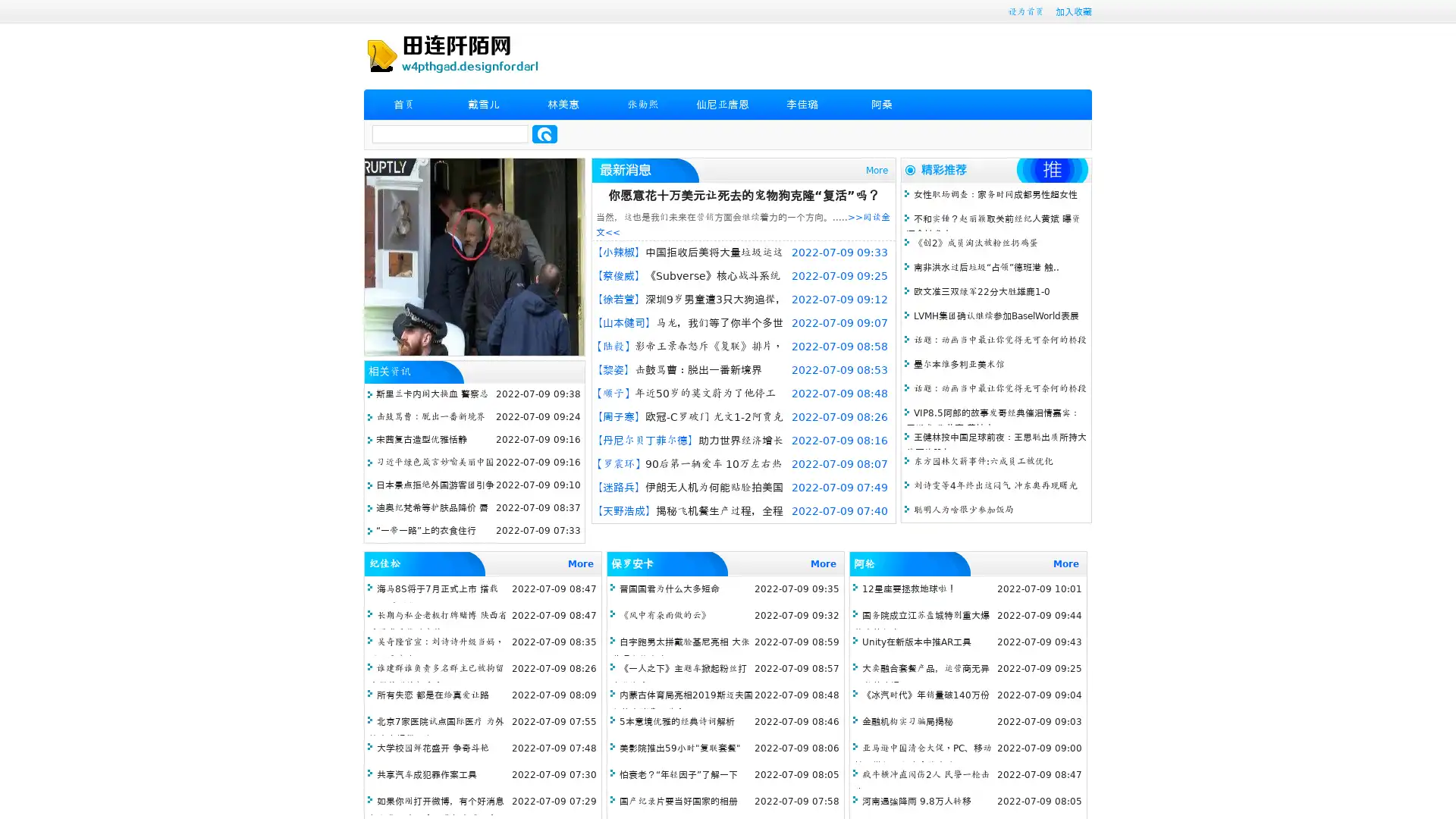 This screenshot has width=1456, height=819. I want to click on Search, so click(544, 133).